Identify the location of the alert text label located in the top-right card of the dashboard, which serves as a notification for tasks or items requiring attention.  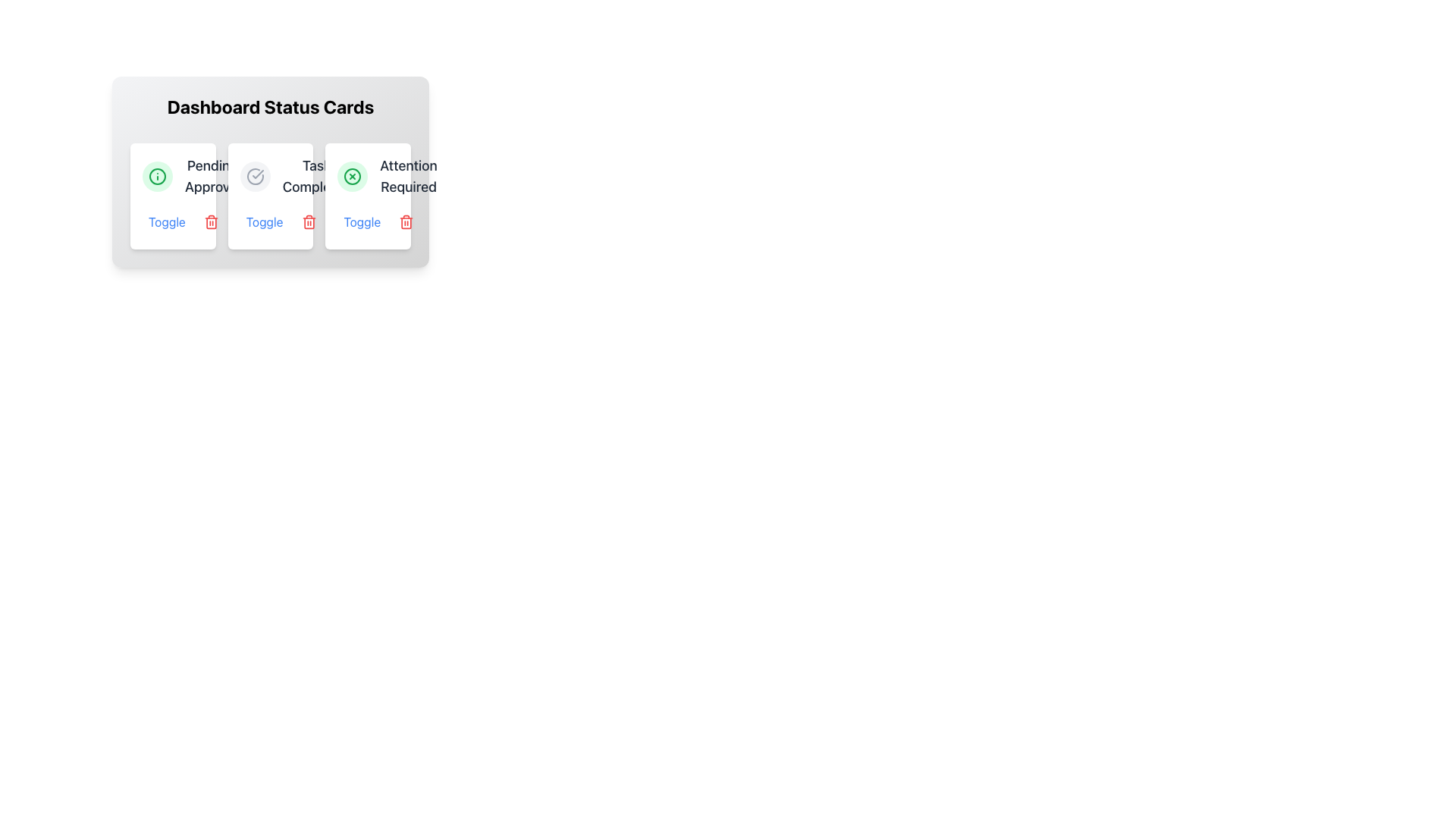
(368, 175).